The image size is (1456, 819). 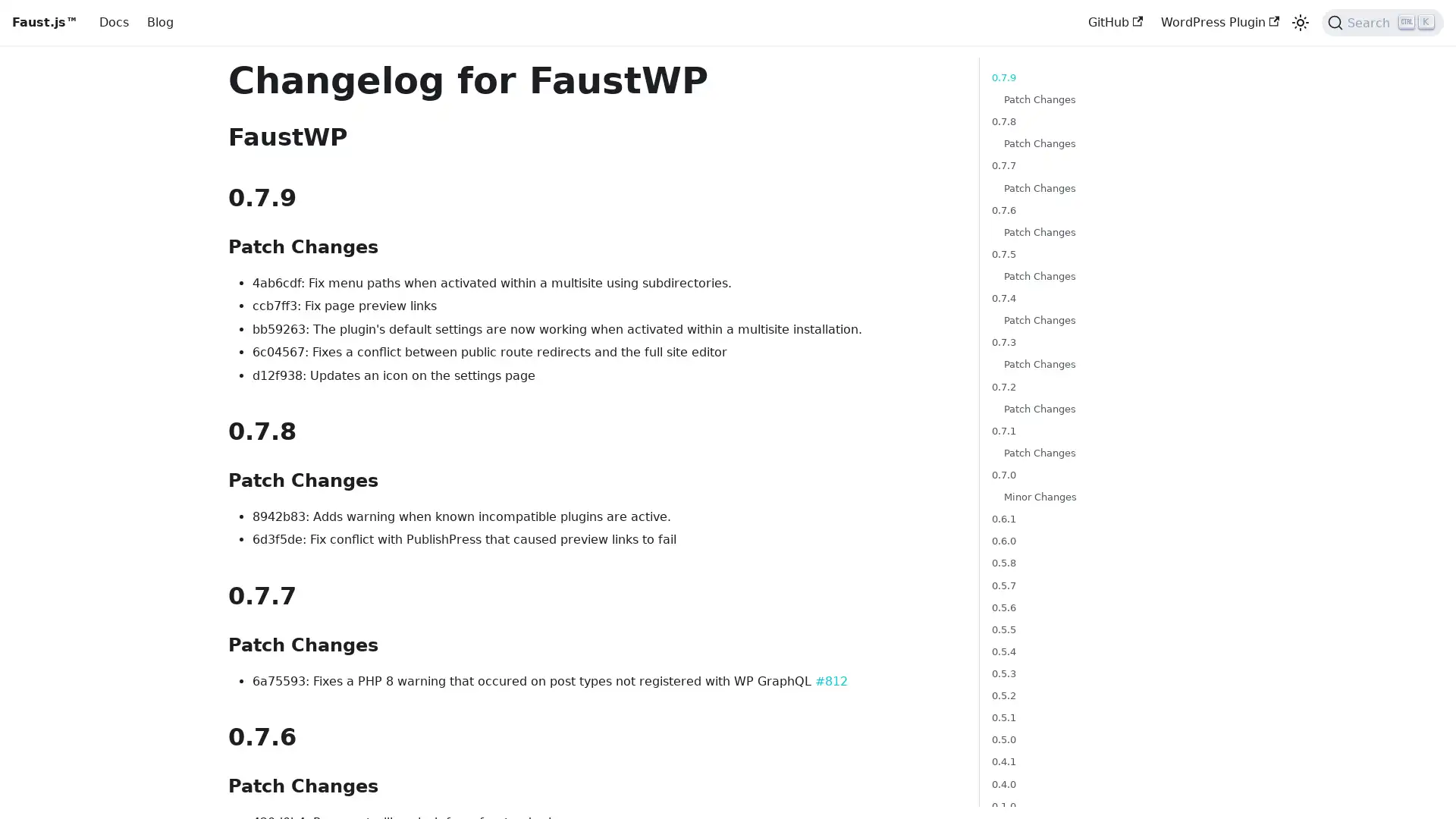 What do you see at coordinates (1382, 23) in the screenshot?
I see `Search` at bounding box center [1382, 23].